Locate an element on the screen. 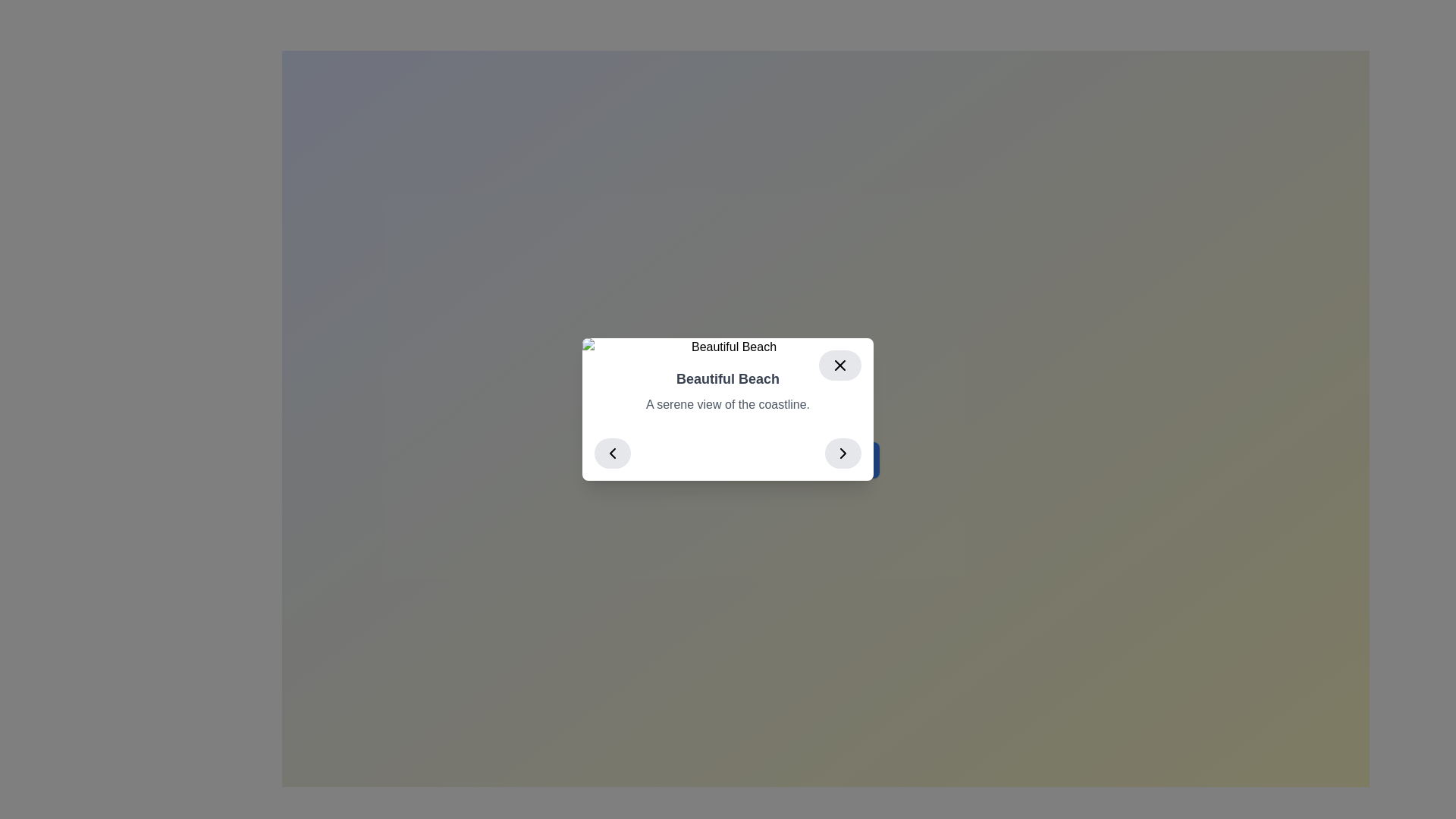 The height and width of the screenshot is (819, 1456). the Close icon button, which is a medium-sized 'X' icon with a thin black stroke, located in a light gray rounded button at the top-right corner of the white box containing location information is located at coordinates (839, 366).